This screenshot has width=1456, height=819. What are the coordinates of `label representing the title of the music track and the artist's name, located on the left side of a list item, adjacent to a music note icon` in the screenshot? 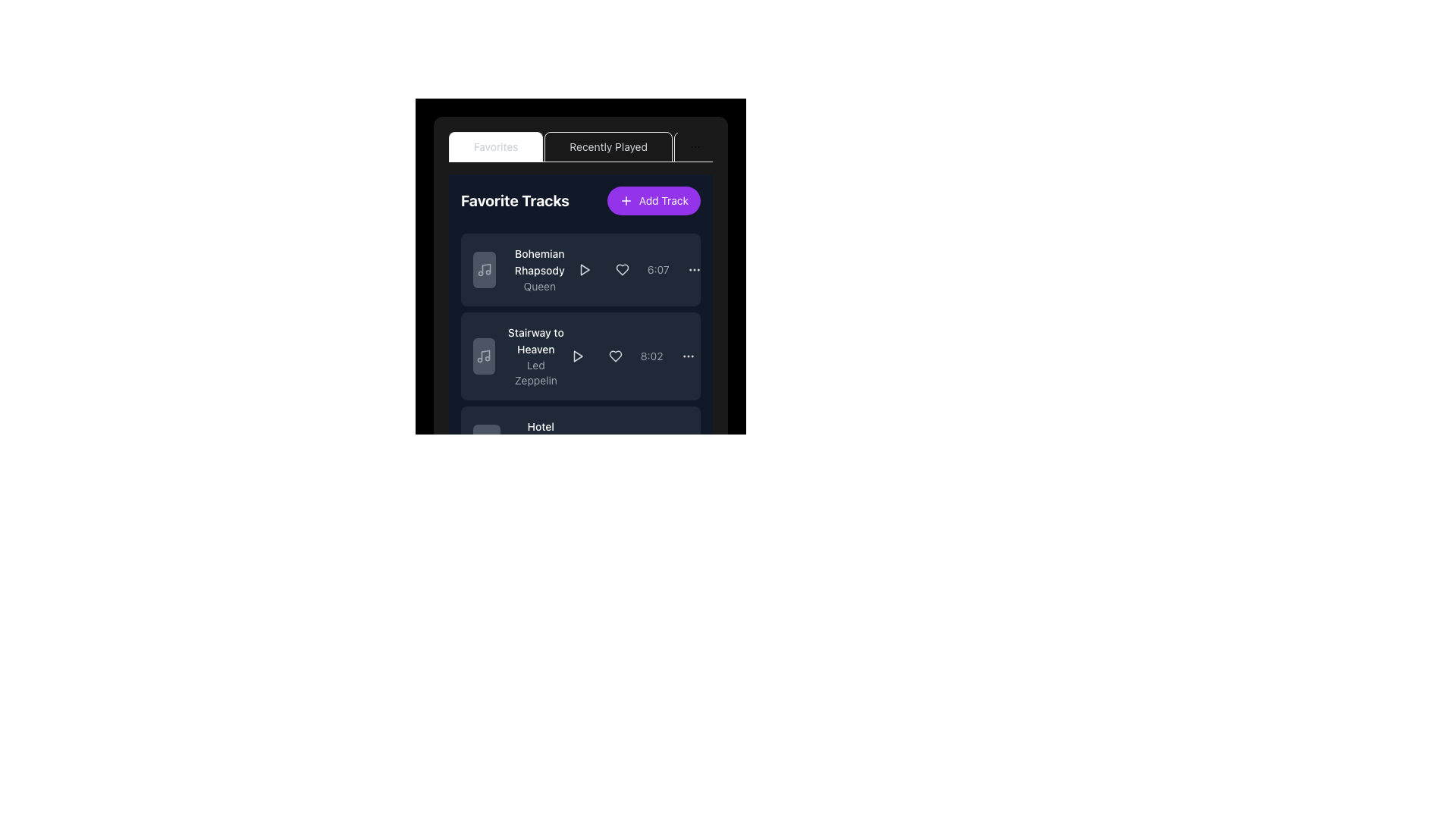 It's located at (539, 268).